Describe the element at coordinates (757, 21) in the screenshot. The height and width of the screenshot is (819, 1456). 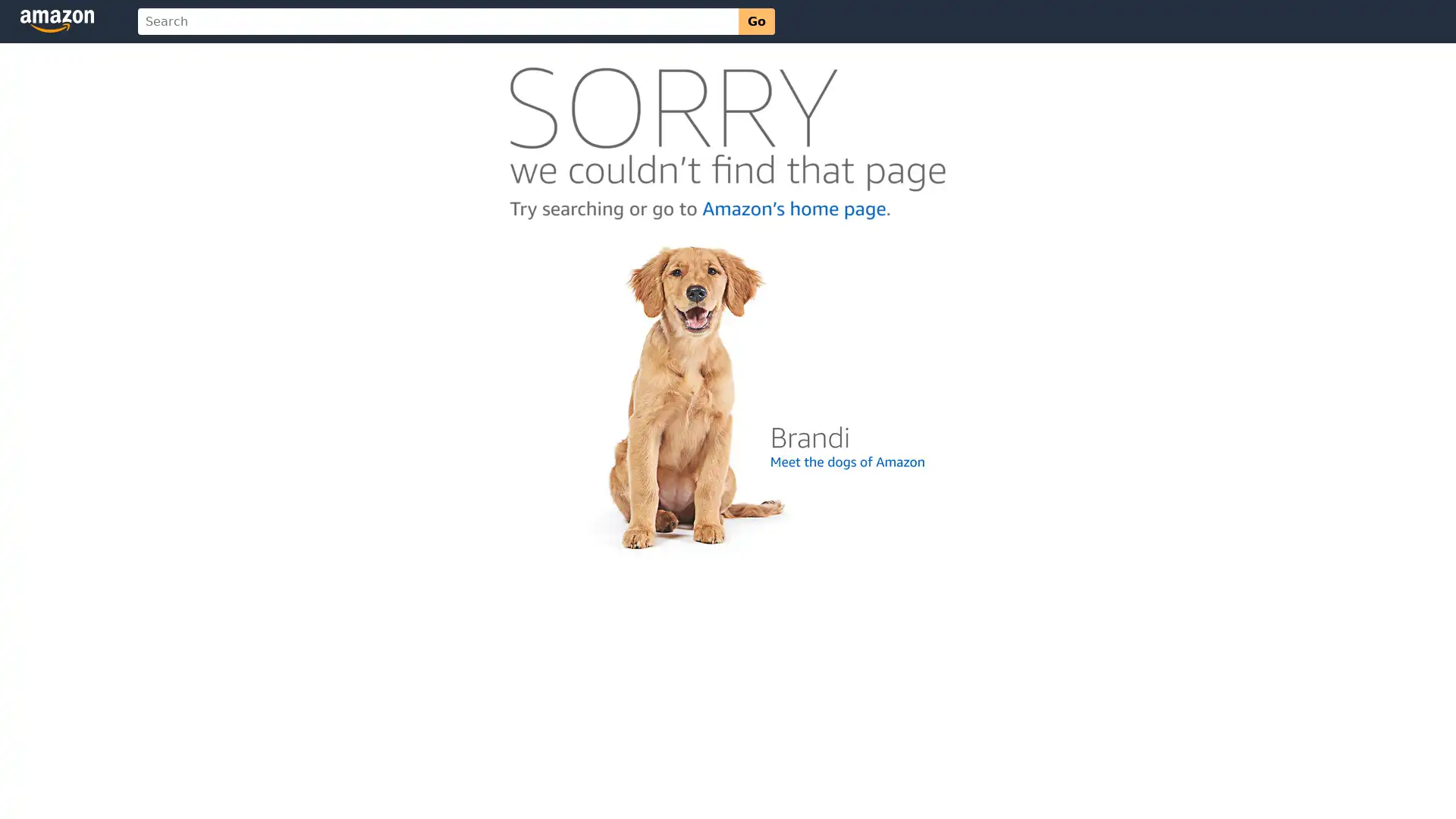
I see `Go` at that location.